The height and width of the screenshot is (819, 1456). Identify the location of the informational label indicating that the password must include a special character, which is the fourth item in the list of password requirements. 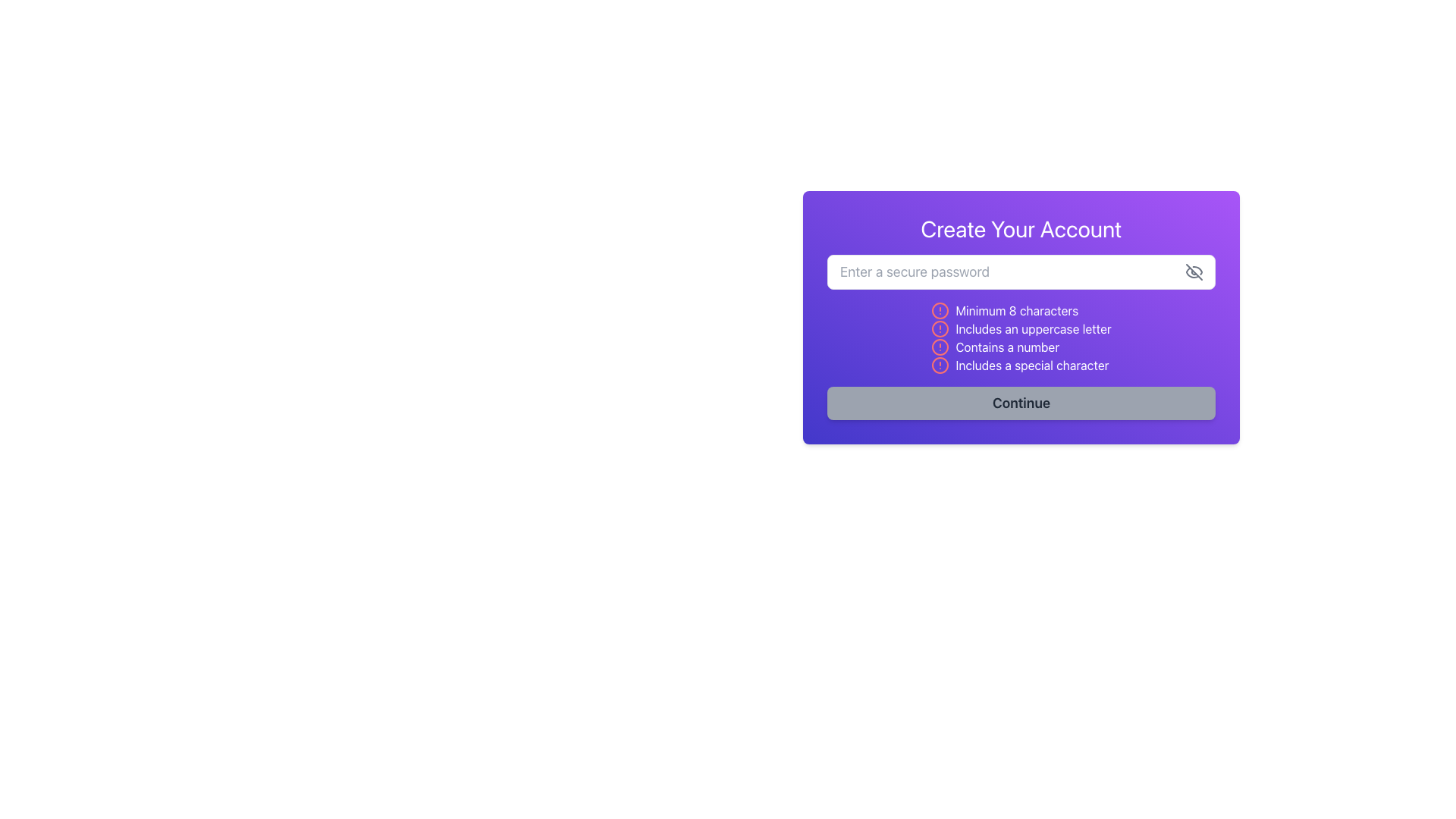
(1021, 366).